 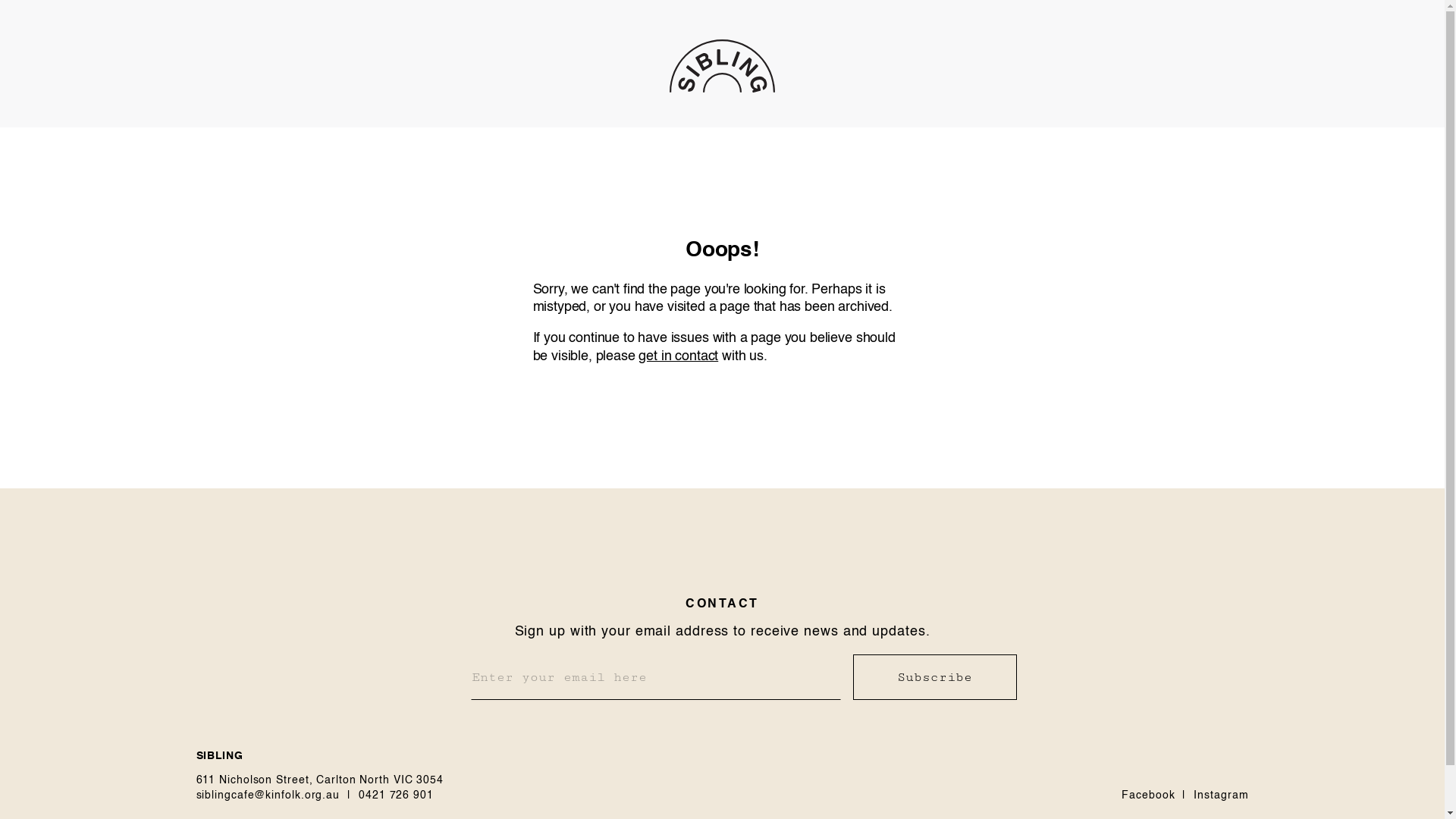 What do you see at coordinates (1220, 795) in the screenshot?
I see `'Instagram'` at bounding box center [1220, 795].